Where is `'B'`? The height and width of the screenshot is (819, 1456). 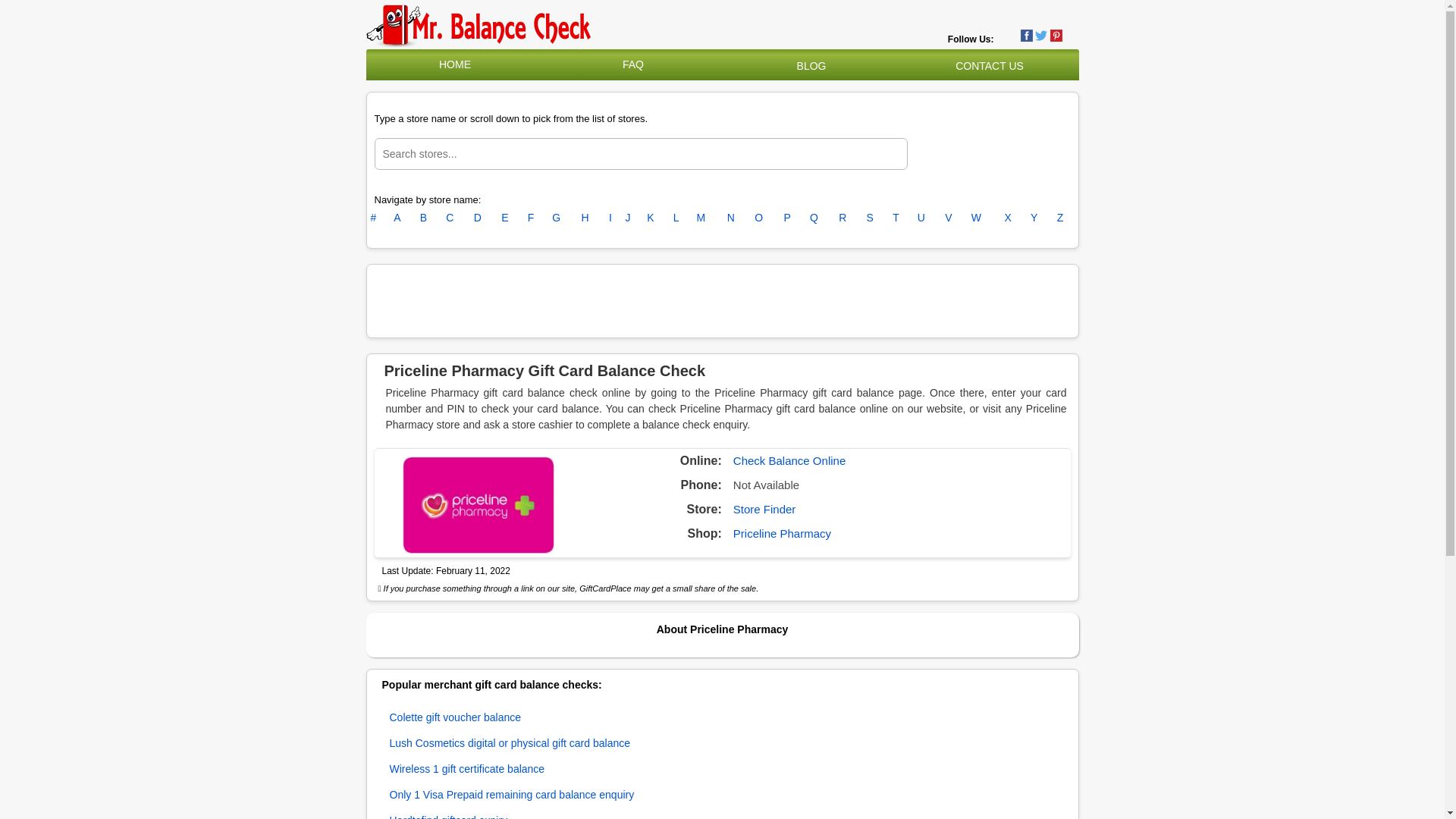
'B' is located at coordinates (419, 217).